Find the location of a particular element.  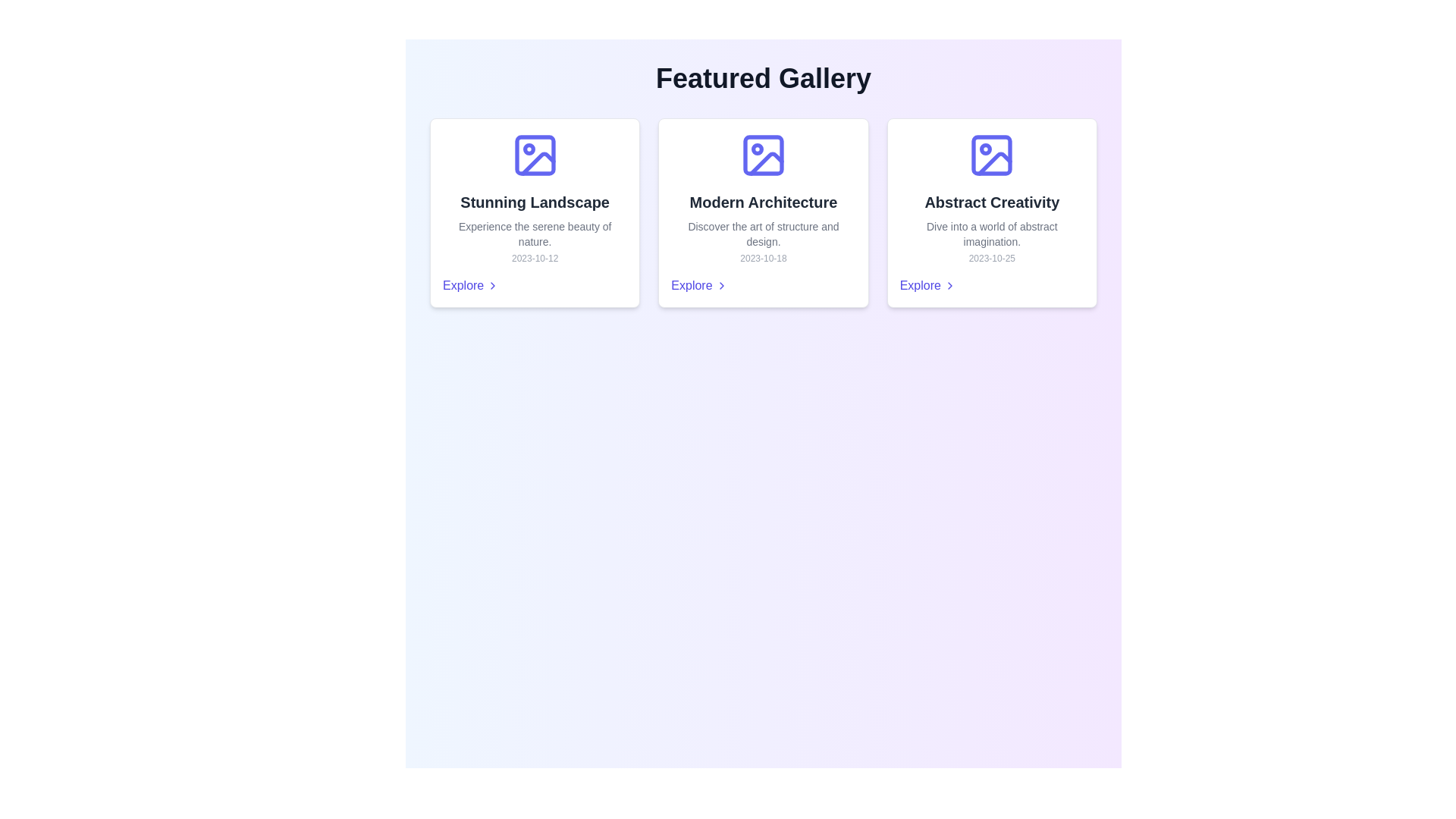

descriptive text label providing insight into 'Abstract Creativity,' located in the third card, centered below the title and above the date text is located at coordinates (992, 234).